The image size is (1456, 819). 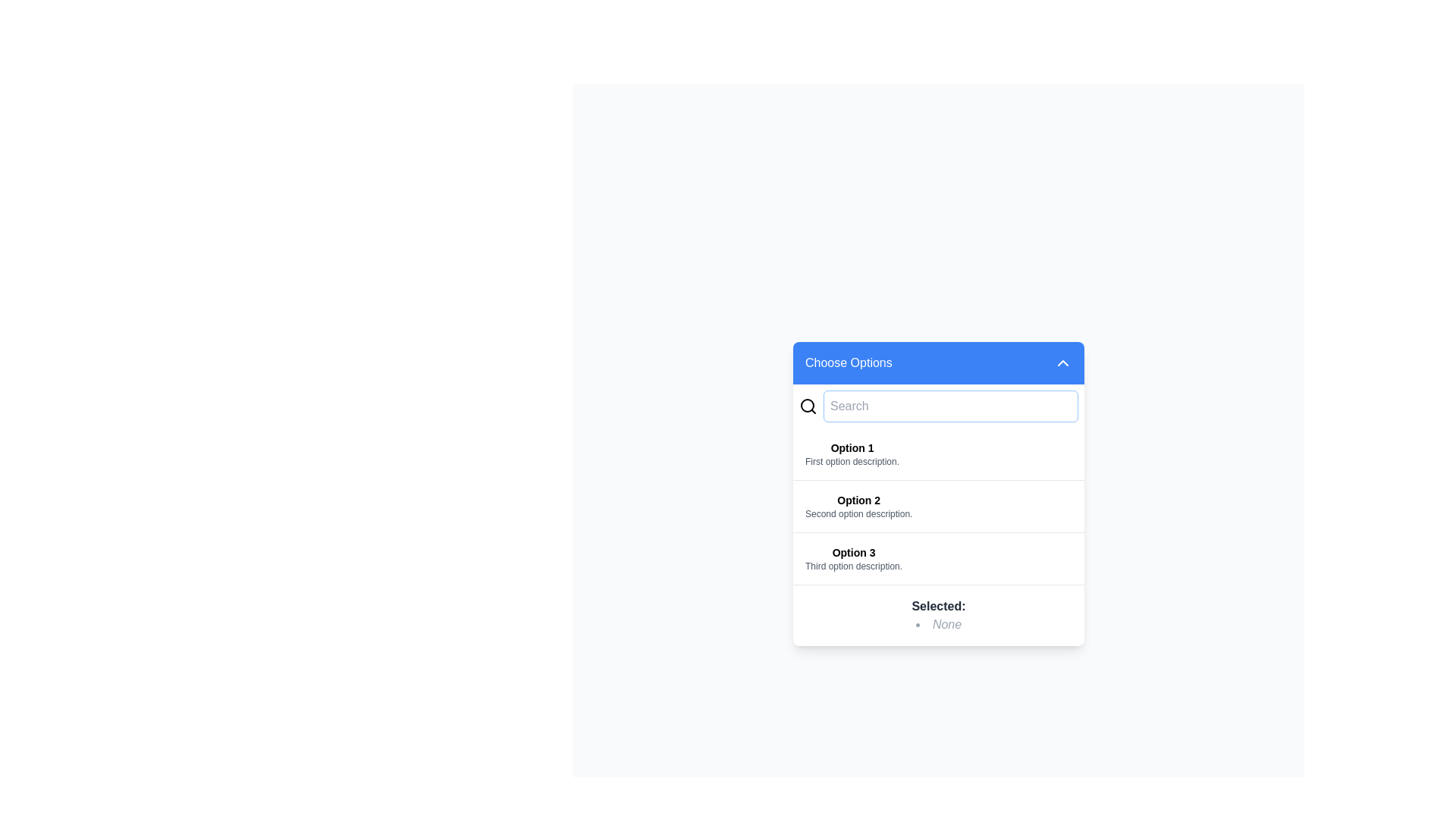 What do you see at coordinates (1062, 362) in the screenshot?
I see `the upward-pointing chevron icon displayed in white against a blue background located in the upper-right corner of the blue header bar in the 'Choose Options' modal window` at bounding box center [1062, 362].